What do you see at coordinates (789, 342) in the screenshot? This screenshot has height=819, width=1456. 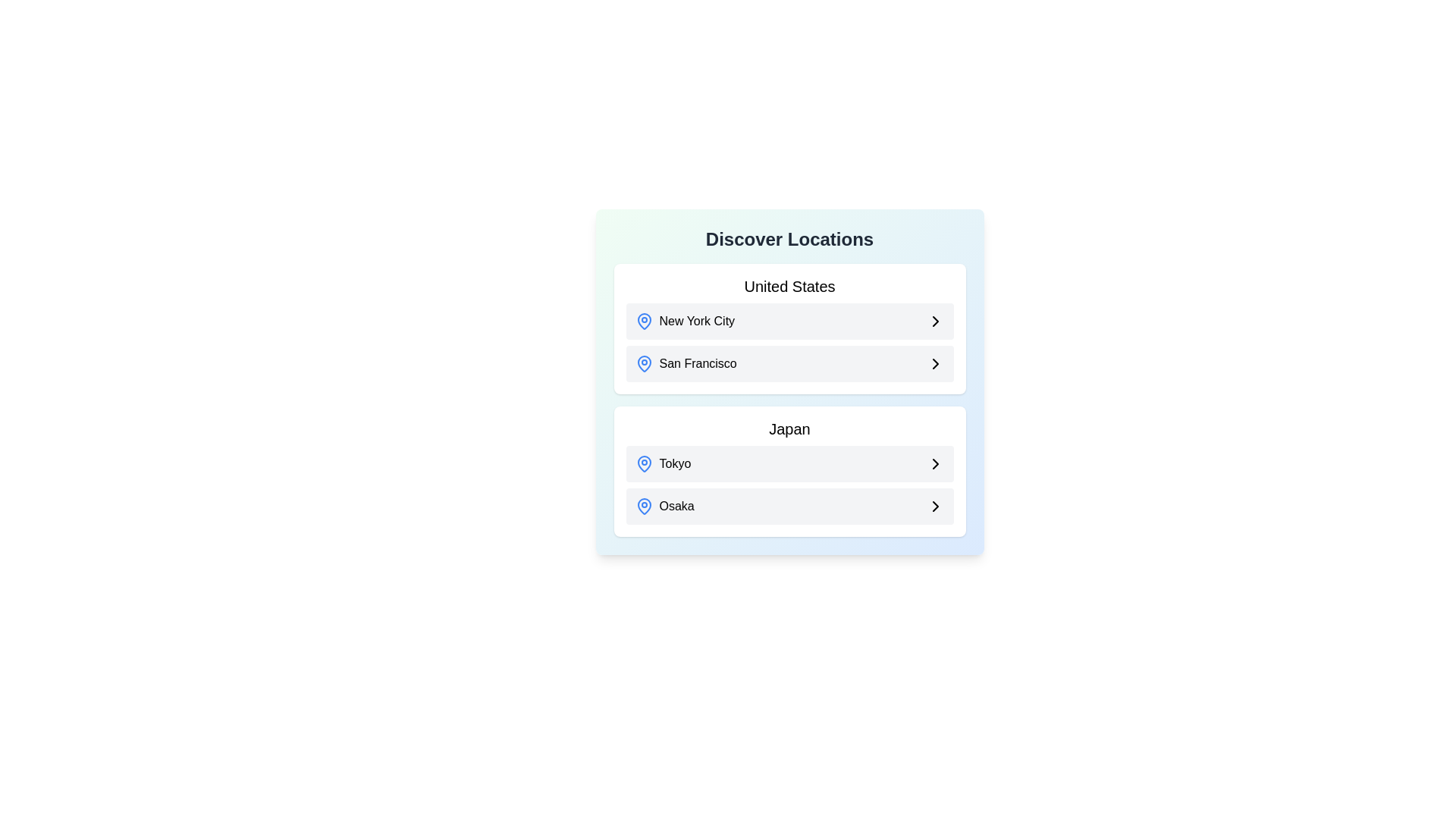 I see `the selectable items list for 'New York City' or 'San Francisco' located within the 'United States' card, positioned between 'Discover Locations' and 'Japan'` at bounding box center [789, 342].